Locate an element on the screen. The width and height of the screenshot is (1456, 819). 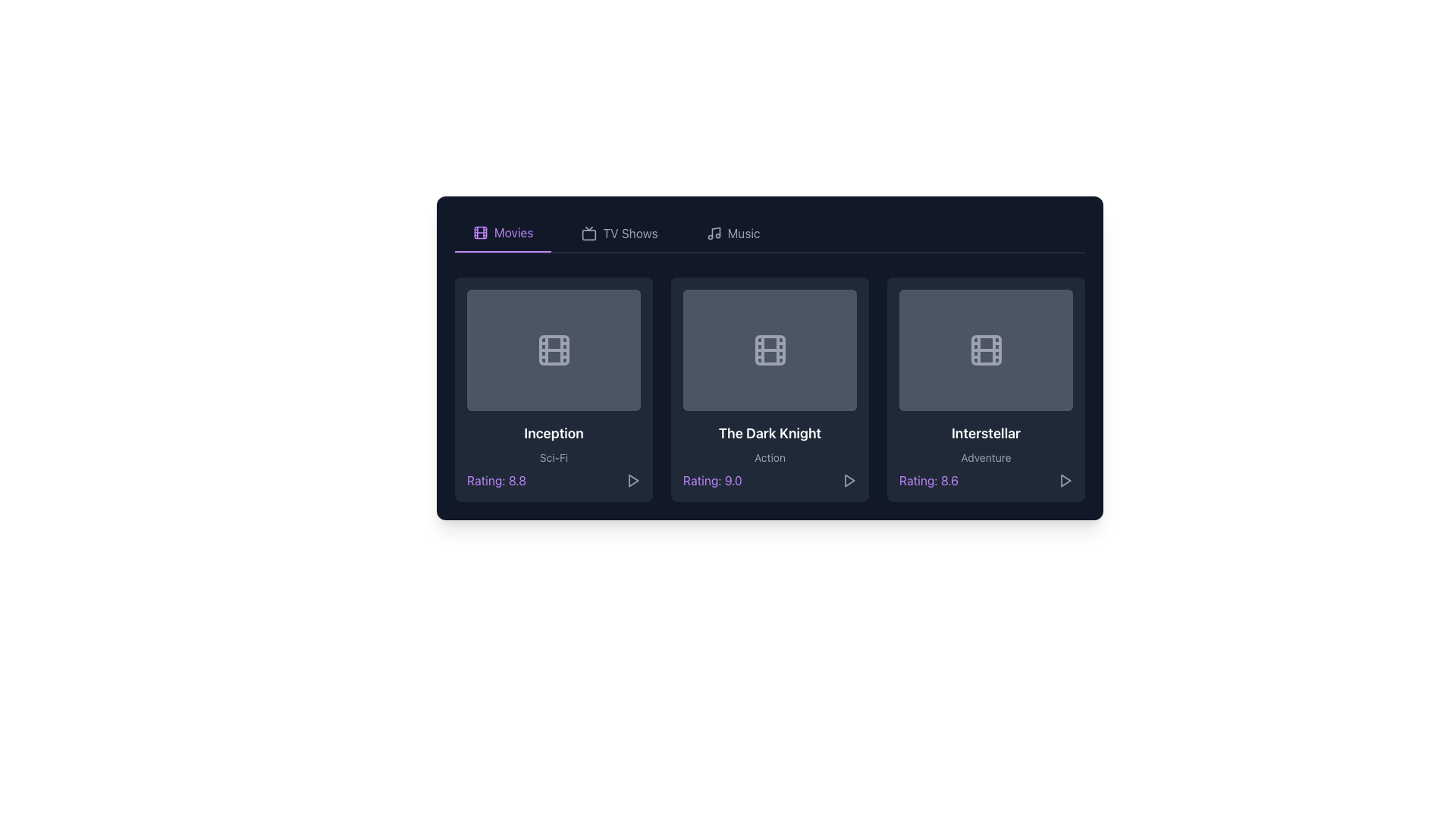
the 'TV Shows' navigation tab to switch to the TV Shows view is located at coordinates (620, 234).